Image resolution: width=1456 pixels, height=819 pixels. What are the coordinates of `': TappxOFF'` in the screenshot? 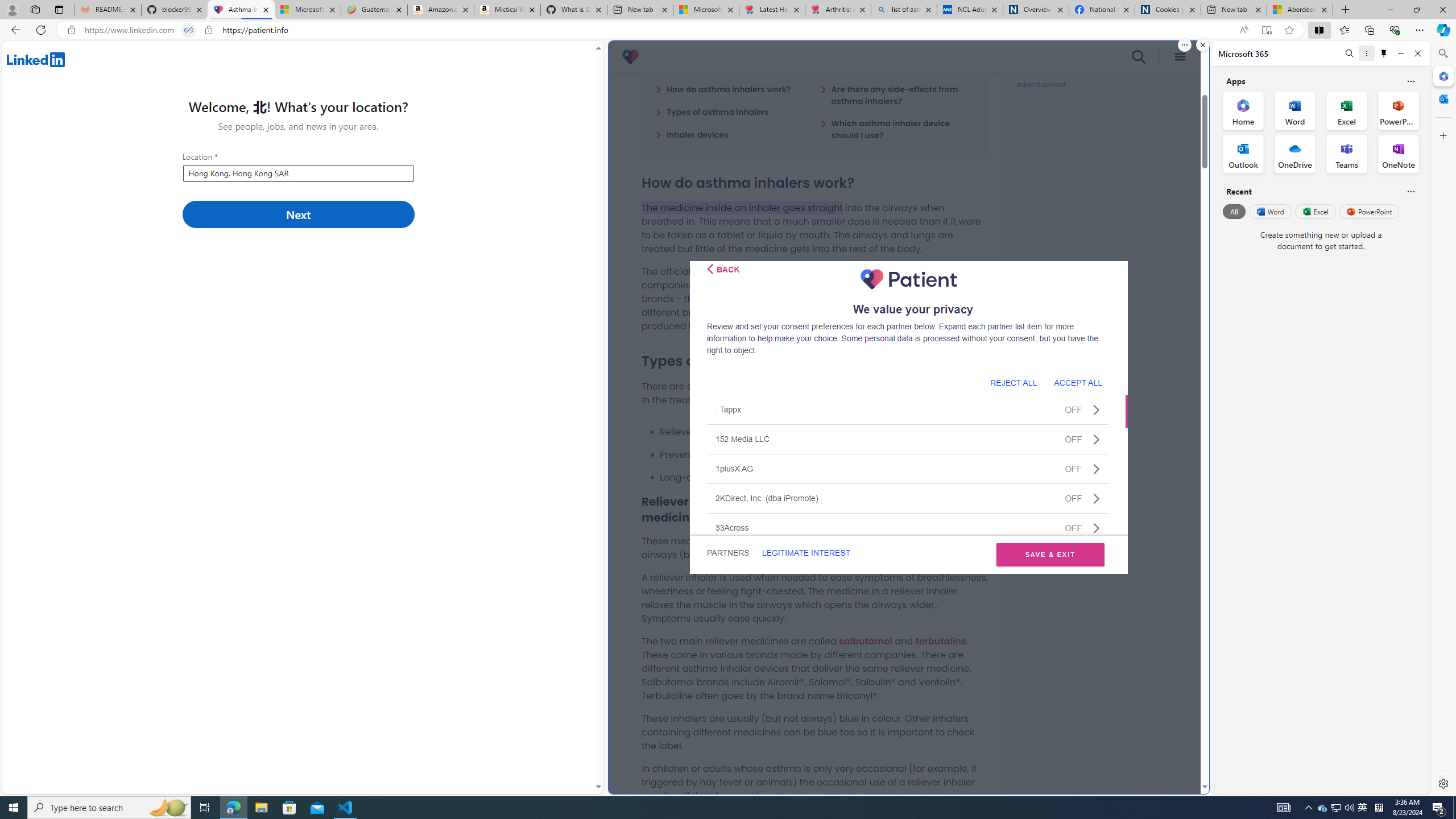 It's located at (907, 409).